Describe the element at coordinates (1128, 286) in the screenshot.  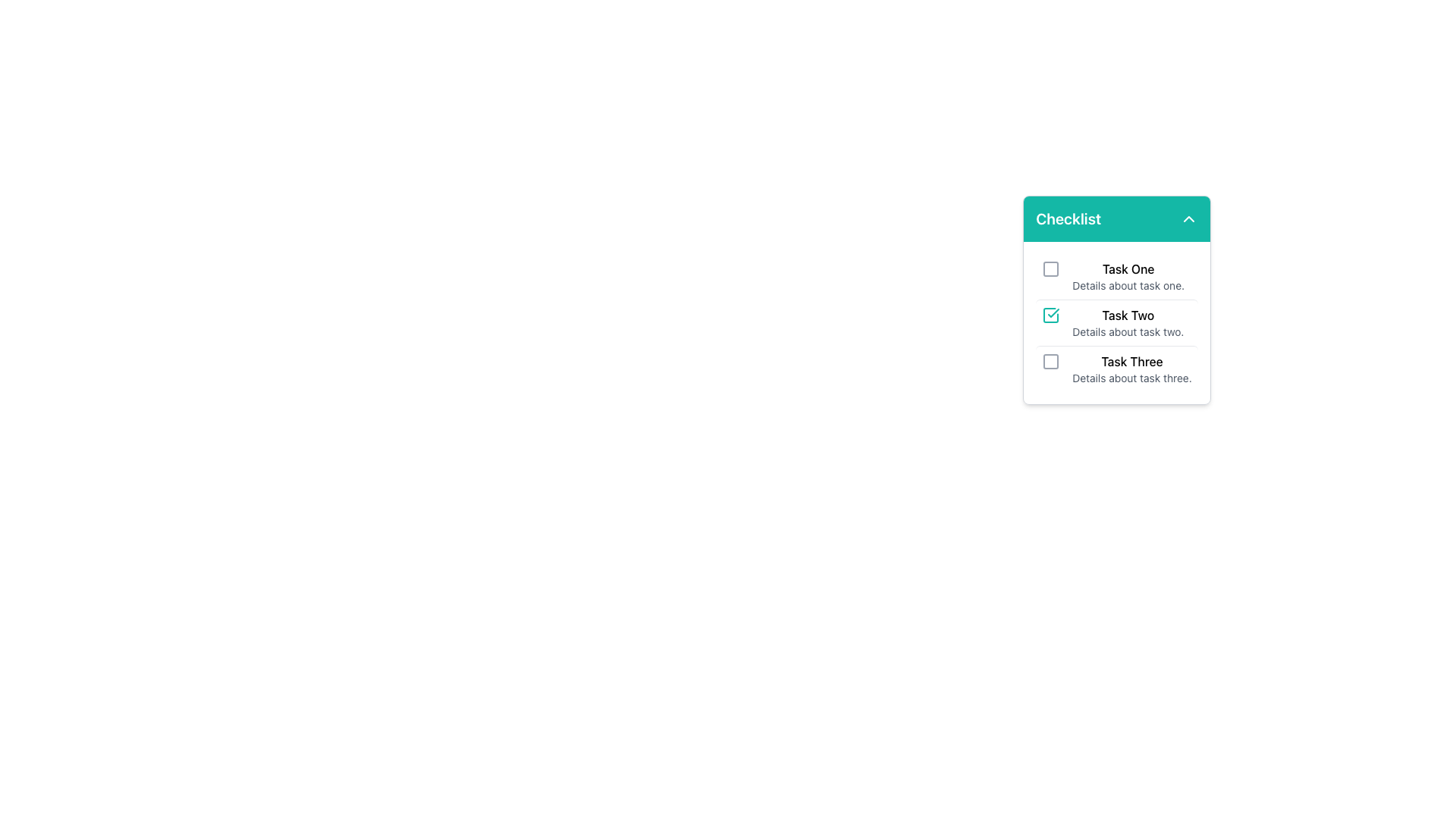
I see `static text displaying 'Details about task one.' which is styled in gray and positioned below the label 'Task One'` at that location.